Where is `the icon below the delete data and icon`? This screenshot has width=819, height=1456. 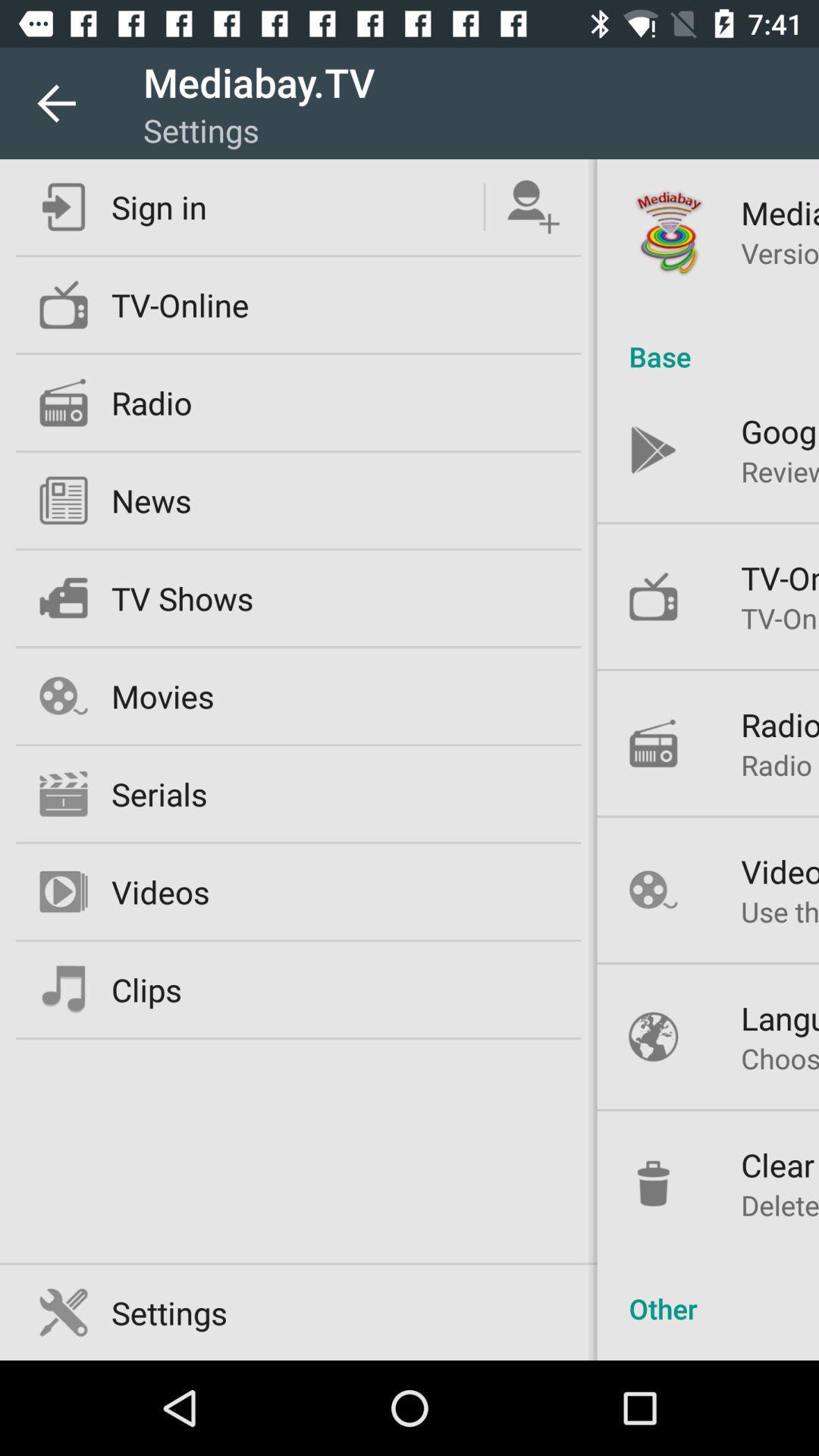 the icon below the delete data and icon is located at coordinates (708, 1291).